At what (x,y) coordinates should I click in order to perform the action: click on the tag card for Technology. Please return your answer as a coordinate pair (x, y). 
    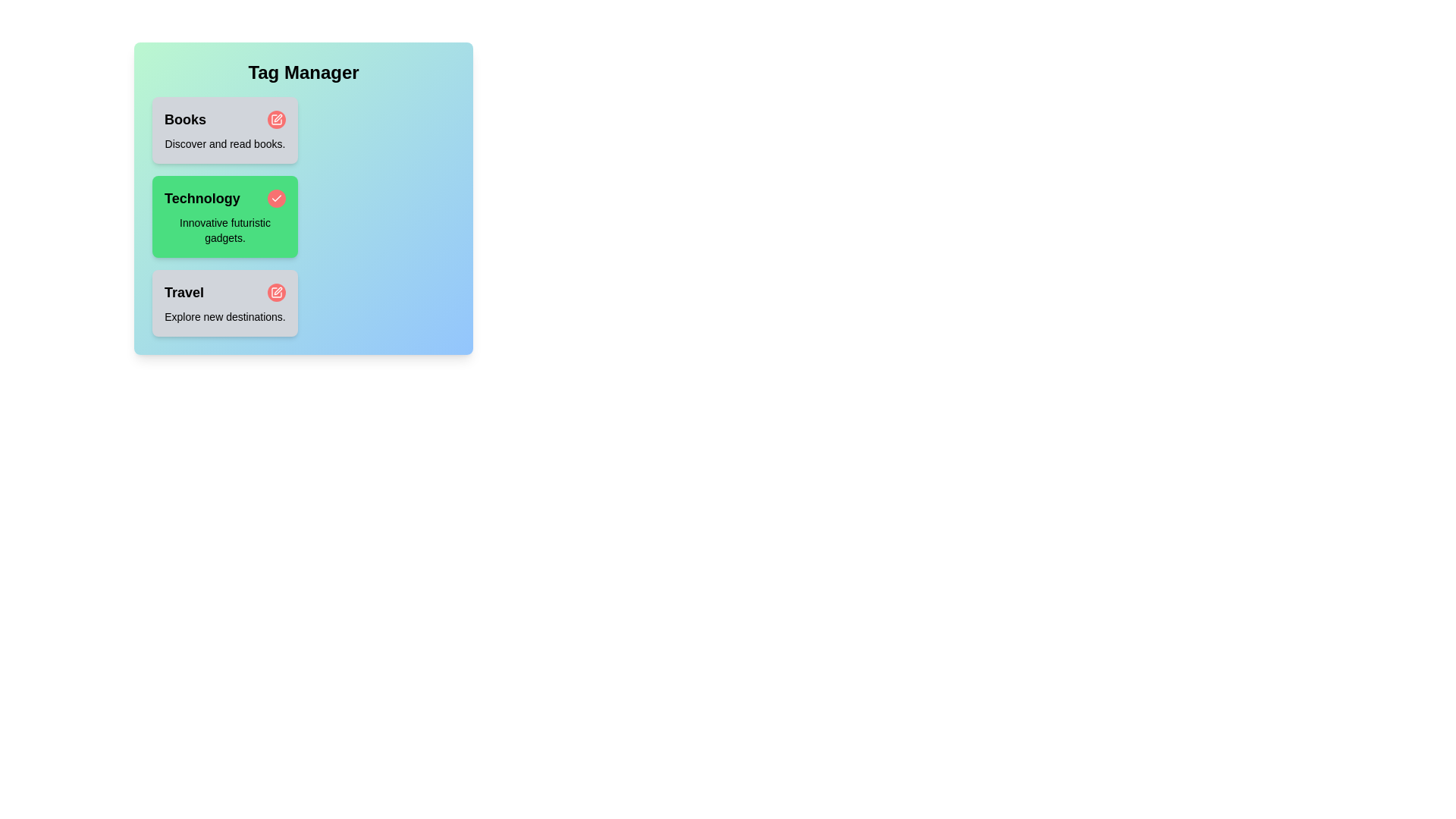
    Looking at the image, I should click on (224, 216).